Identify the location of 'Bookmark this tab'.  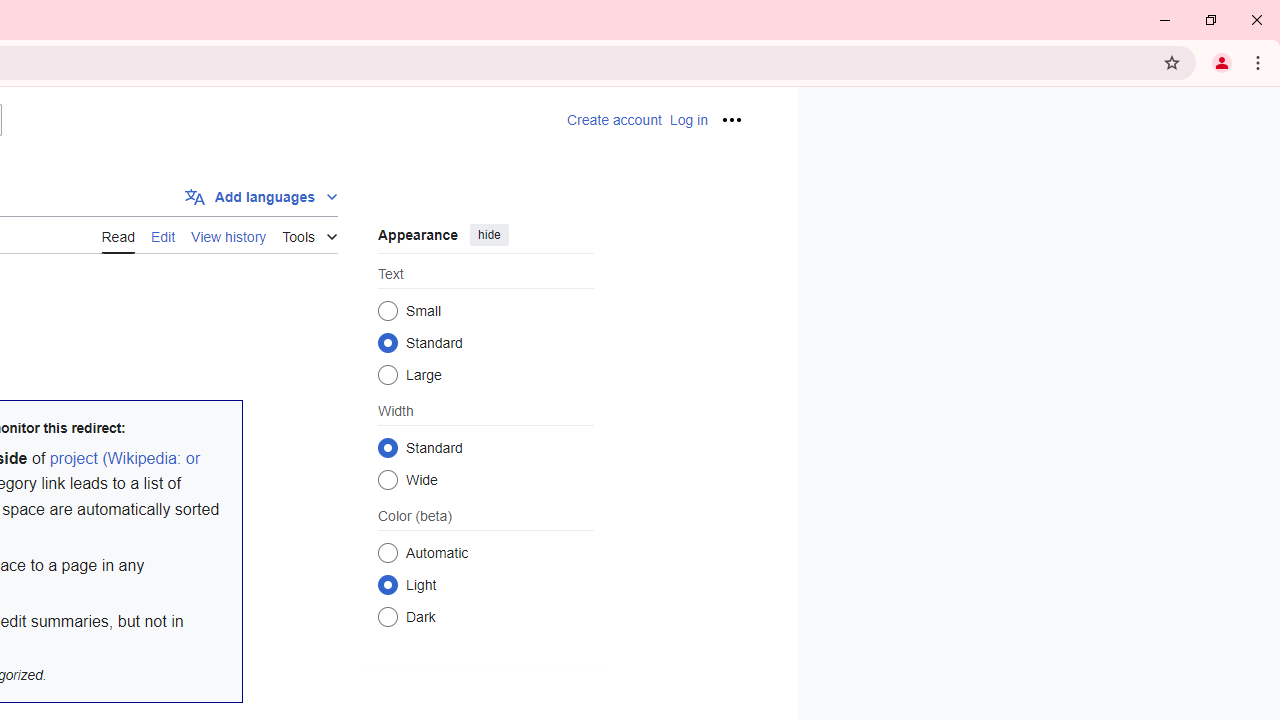
(1171, 61).